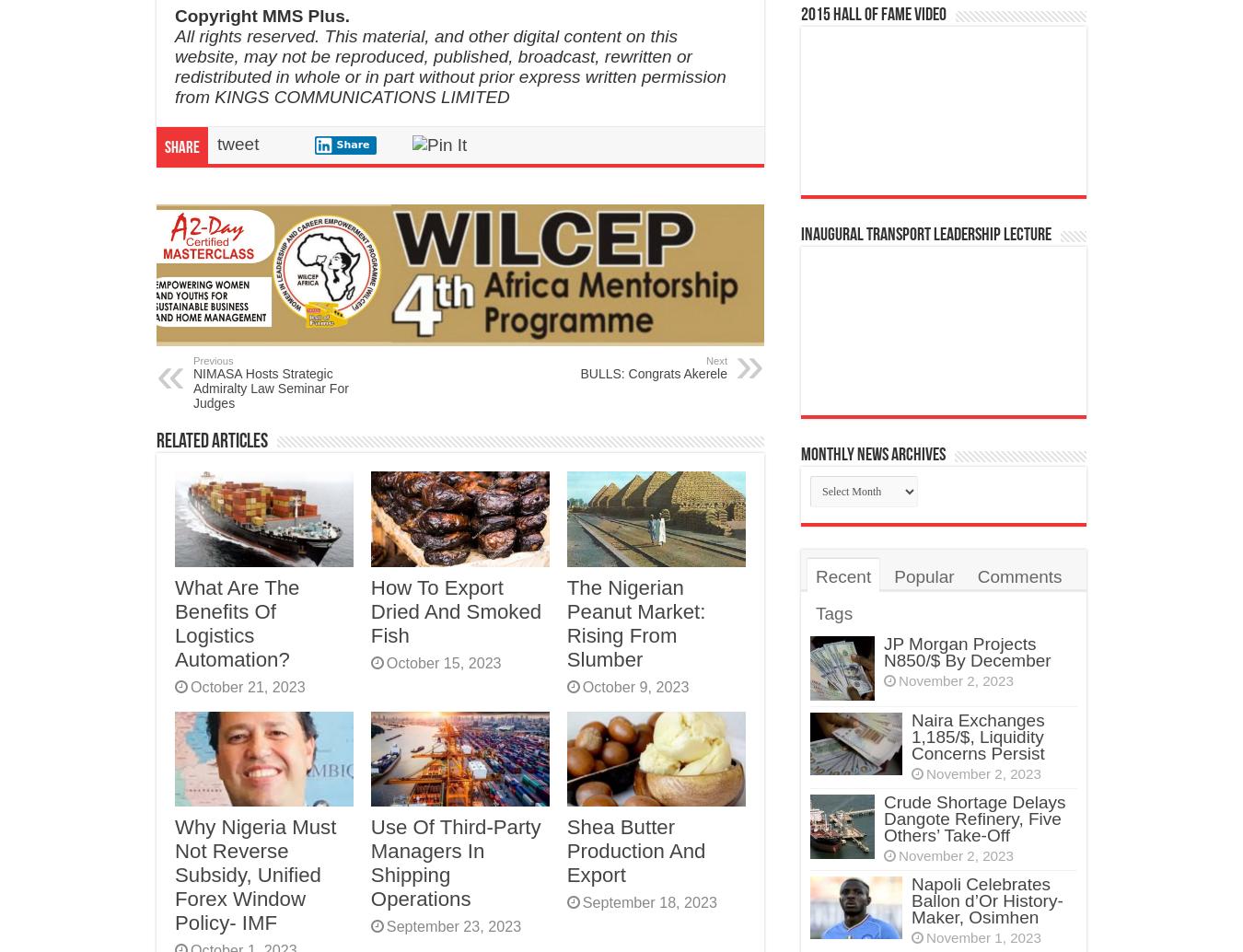 This screenshot has height=952, width=1243. I want to click on 'Inaugural Transport Leadership Lecture', so click(925, 234).